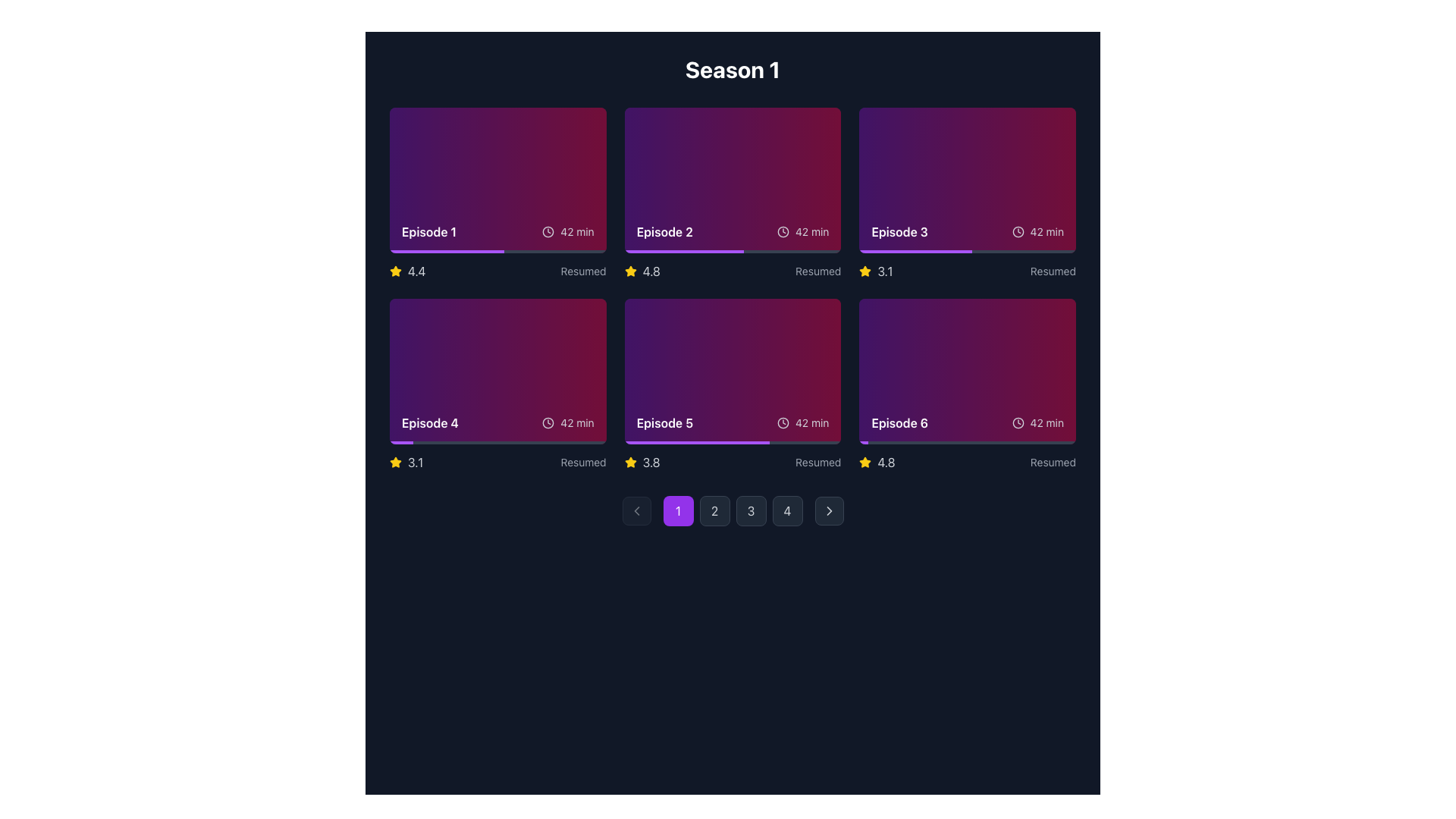  Describe the element at coordinates (811, 423) in the screenshot. I see `duration information text located in the bottom right corner of the Episode 5 card, which is aligned with the clock icon and the rating below` at that location.